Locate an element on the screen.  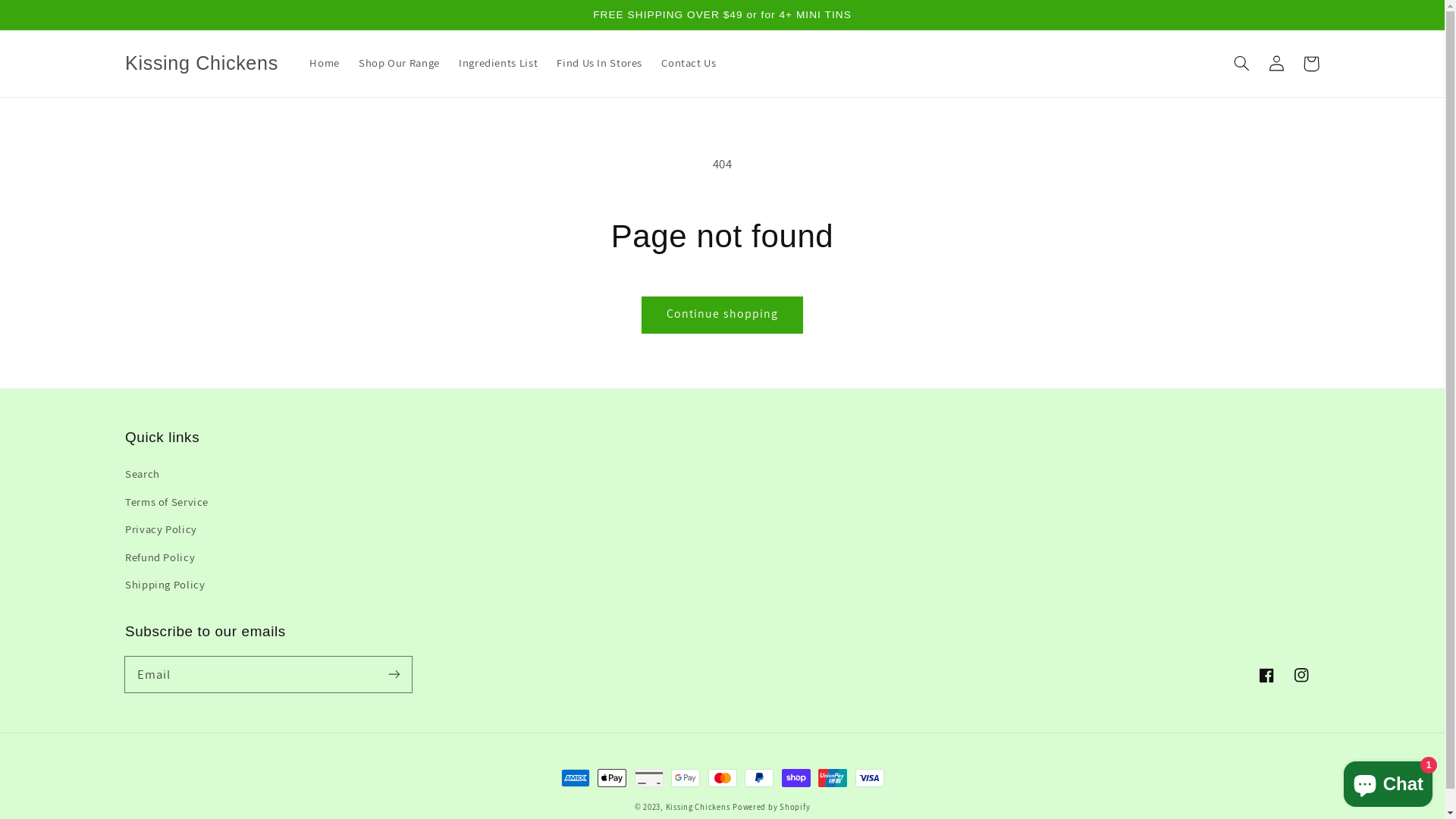
'Contact Us' is located at coordinates (688, 63).